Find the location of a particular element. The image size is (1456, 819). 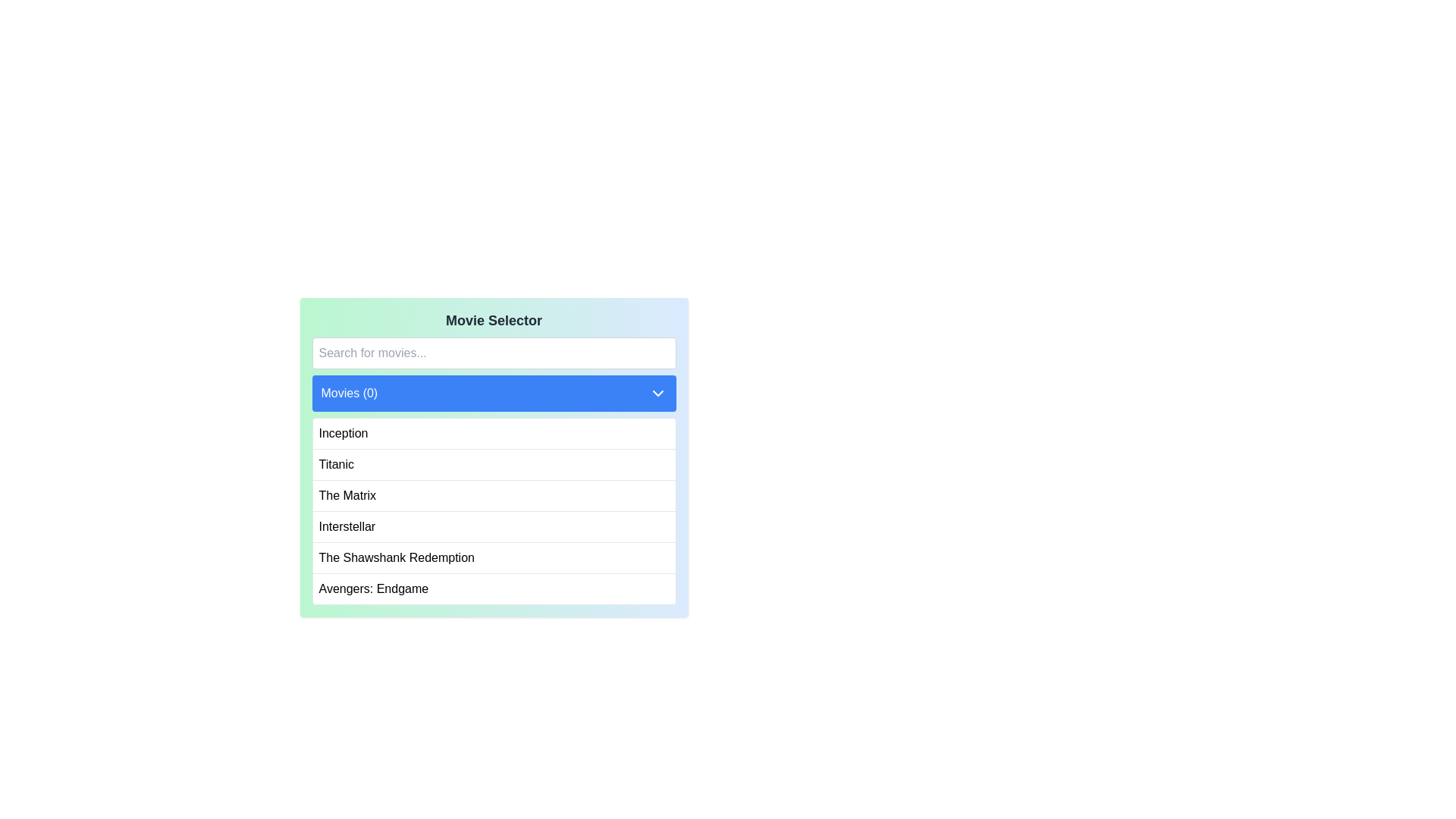

the third selectable list item in the dropdown, which is positioned between 'Titanic' and 'Interstellar' is located at coordinates (347, 496).